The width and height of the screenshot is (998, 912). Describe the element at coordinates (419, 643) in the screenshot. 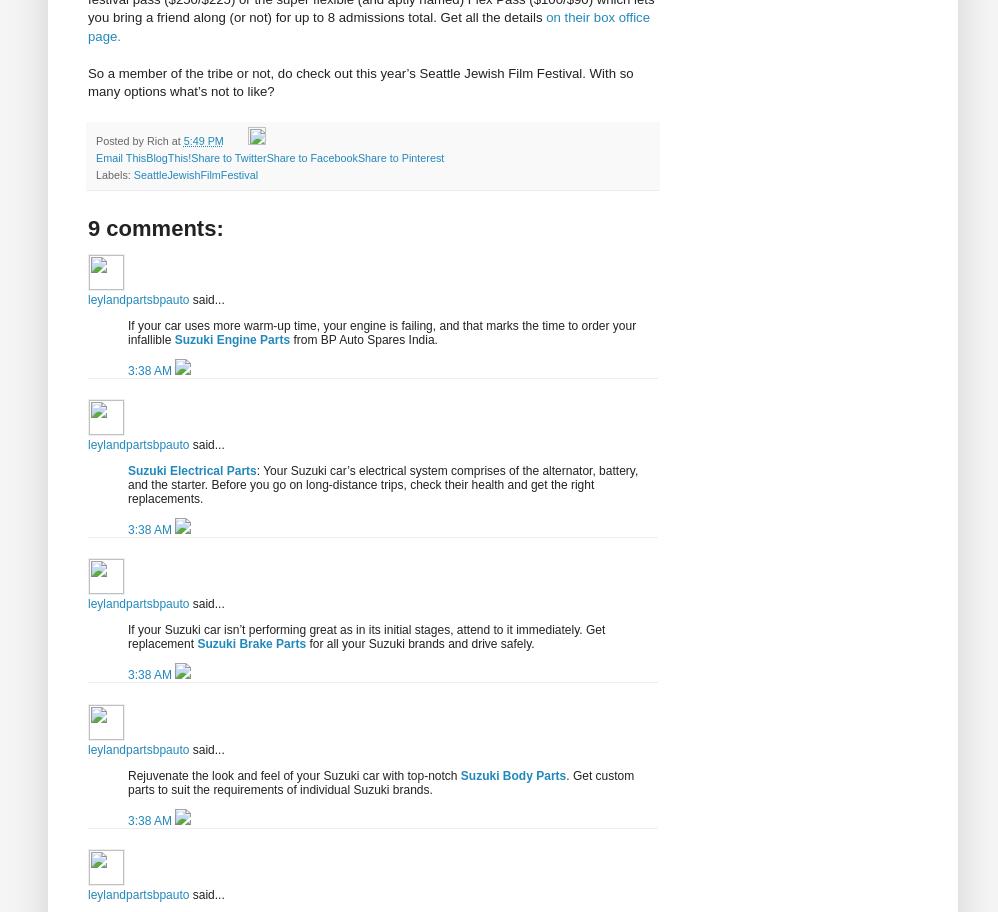

I see `'for all your Suzuki brands and drive safely.'` at that location.